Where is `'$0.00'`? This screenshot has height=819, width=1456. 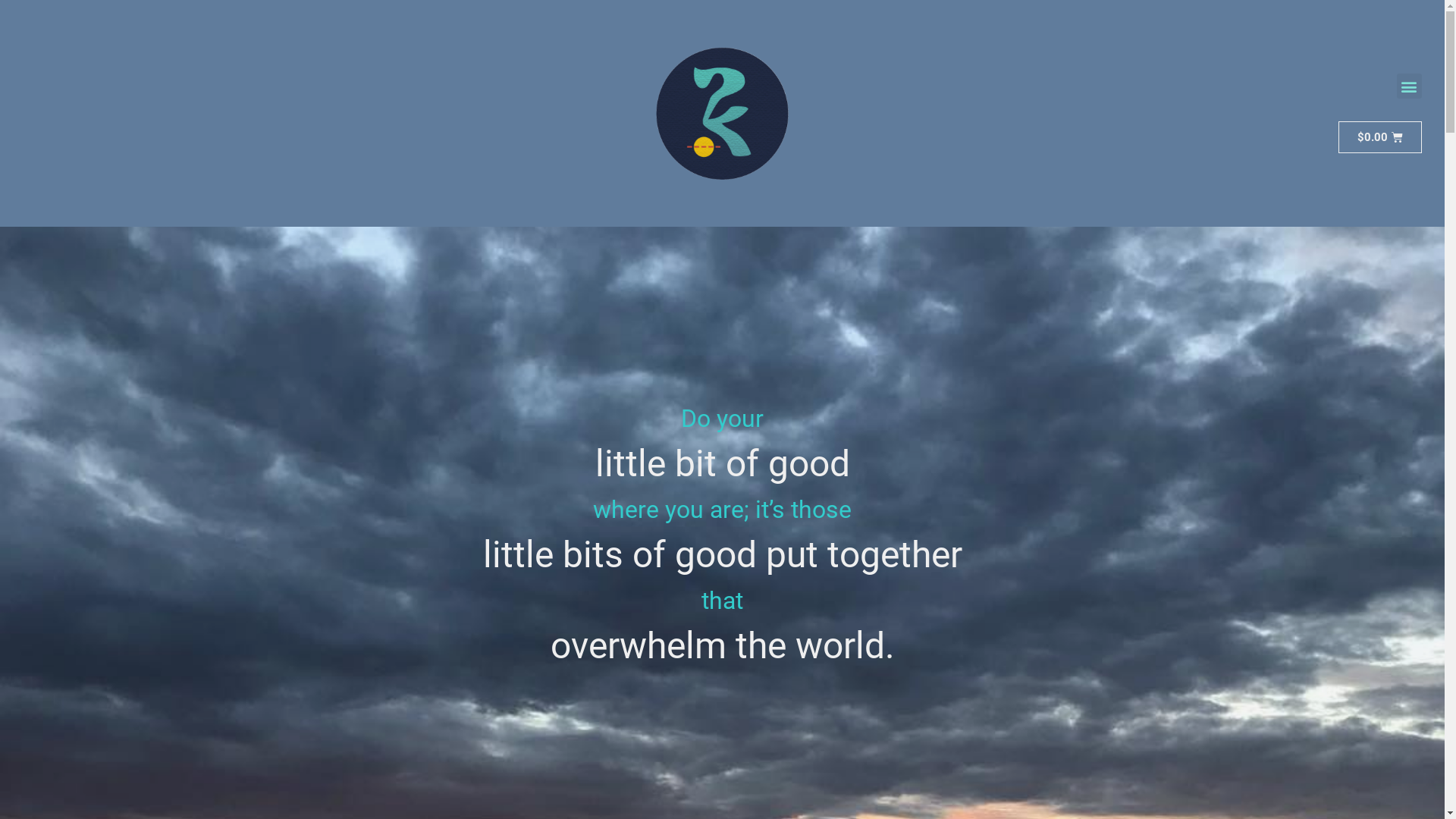 '$0.00' is located at coordinates (1338, 137).